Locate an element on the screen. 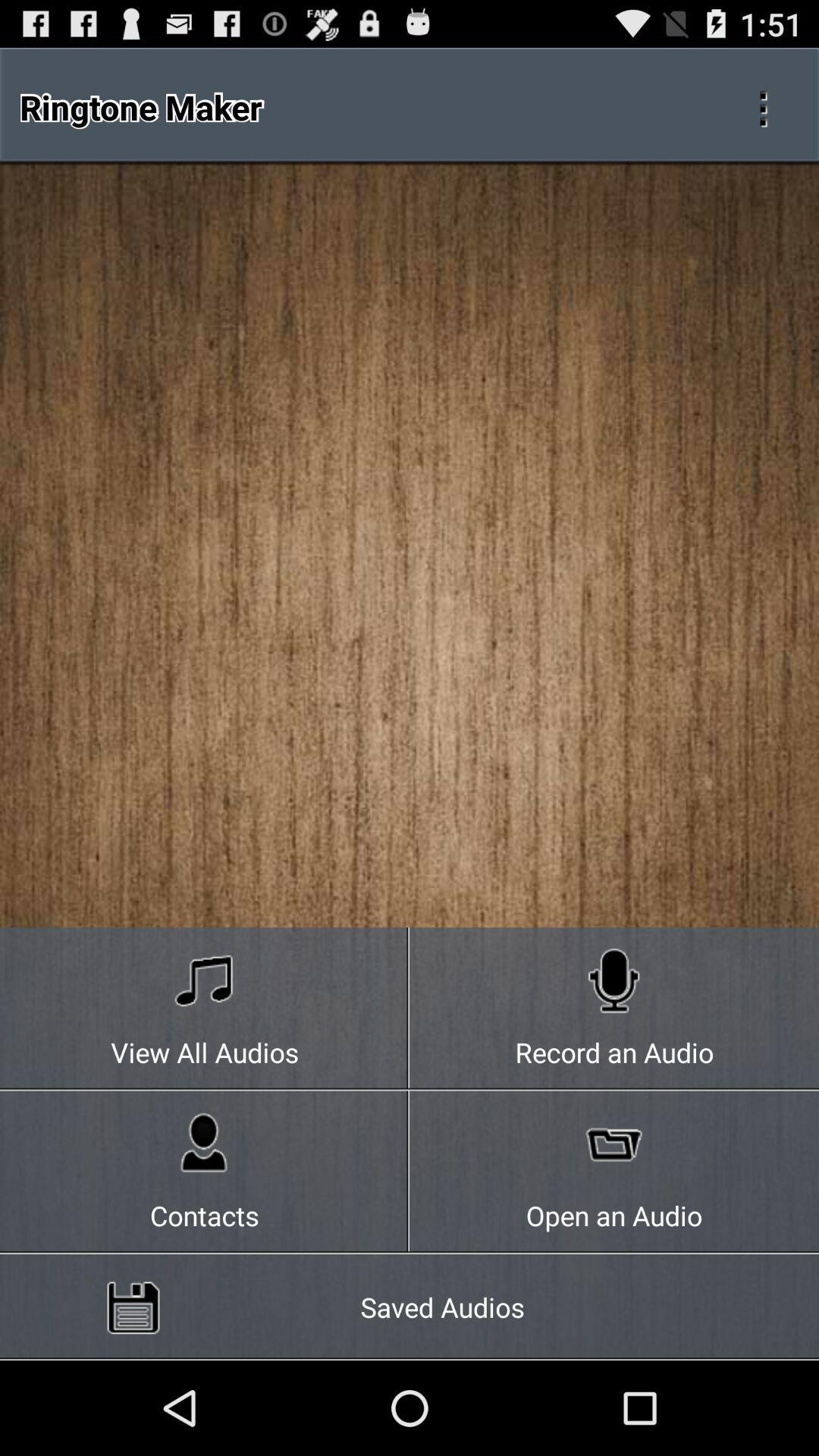 The width and height of the screenshot is (819, 1456). the item to the right of ringtone maker is located at coordinates (763, 106).